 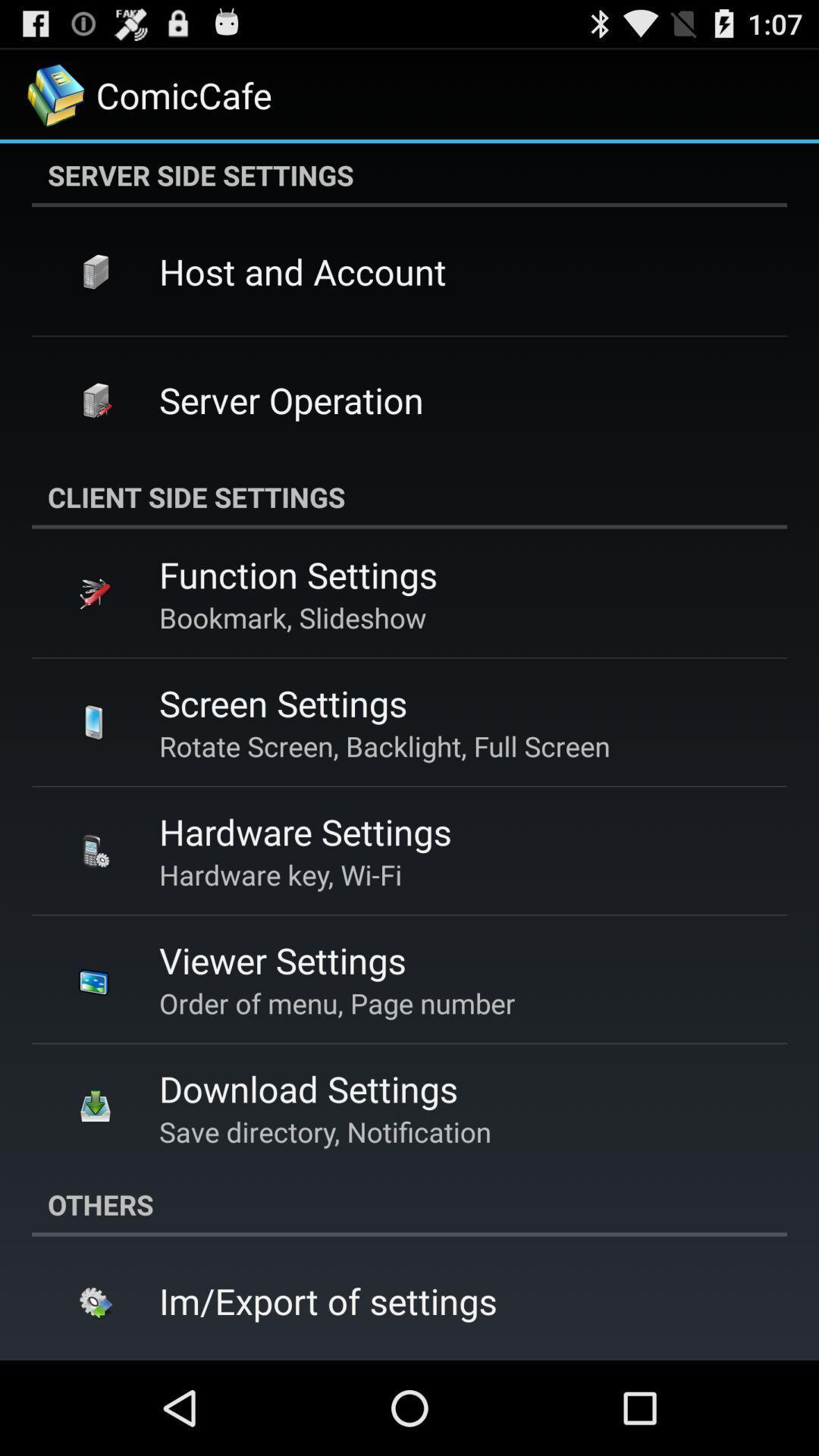 What do you see at coordinates (305, 830) in the screenshot?
I see `the icon below rotate screen backlight item` at bounding box center [305, 830].